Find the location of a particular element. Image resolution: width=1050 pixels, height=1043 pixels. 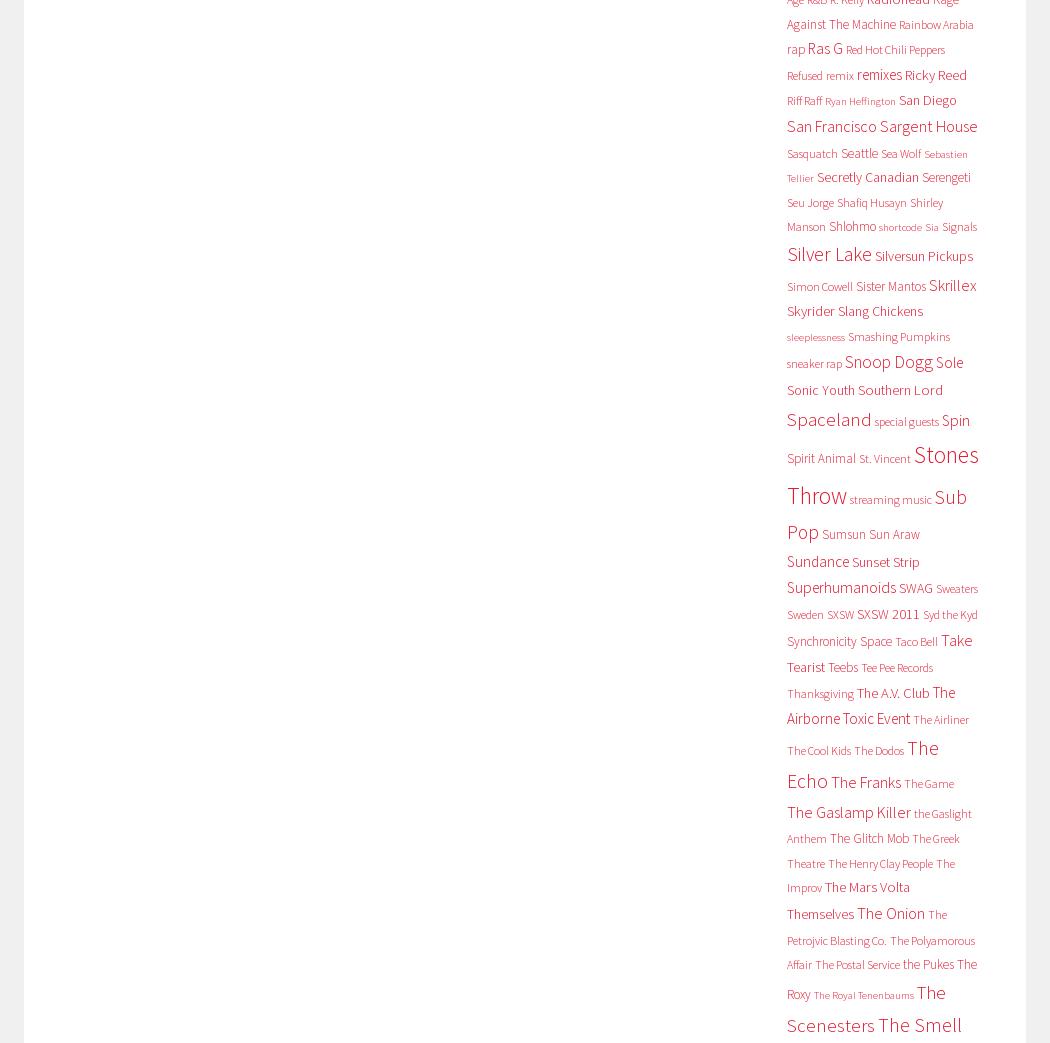

'shortcode' is located at coordinates (898, 226).